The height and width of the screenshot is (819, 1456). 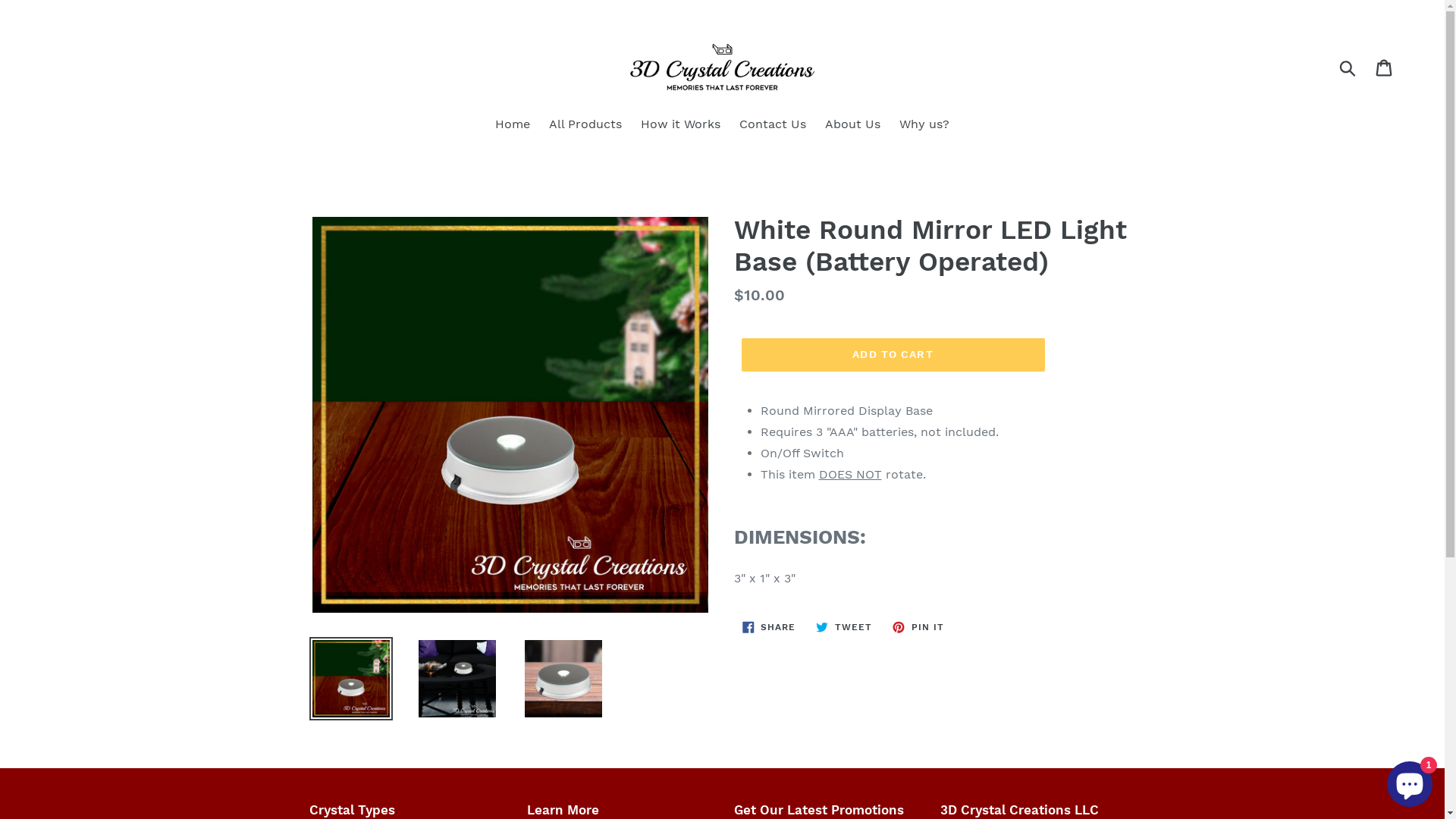 I want to click on 'PIN IT, so click(x=917, y=626).